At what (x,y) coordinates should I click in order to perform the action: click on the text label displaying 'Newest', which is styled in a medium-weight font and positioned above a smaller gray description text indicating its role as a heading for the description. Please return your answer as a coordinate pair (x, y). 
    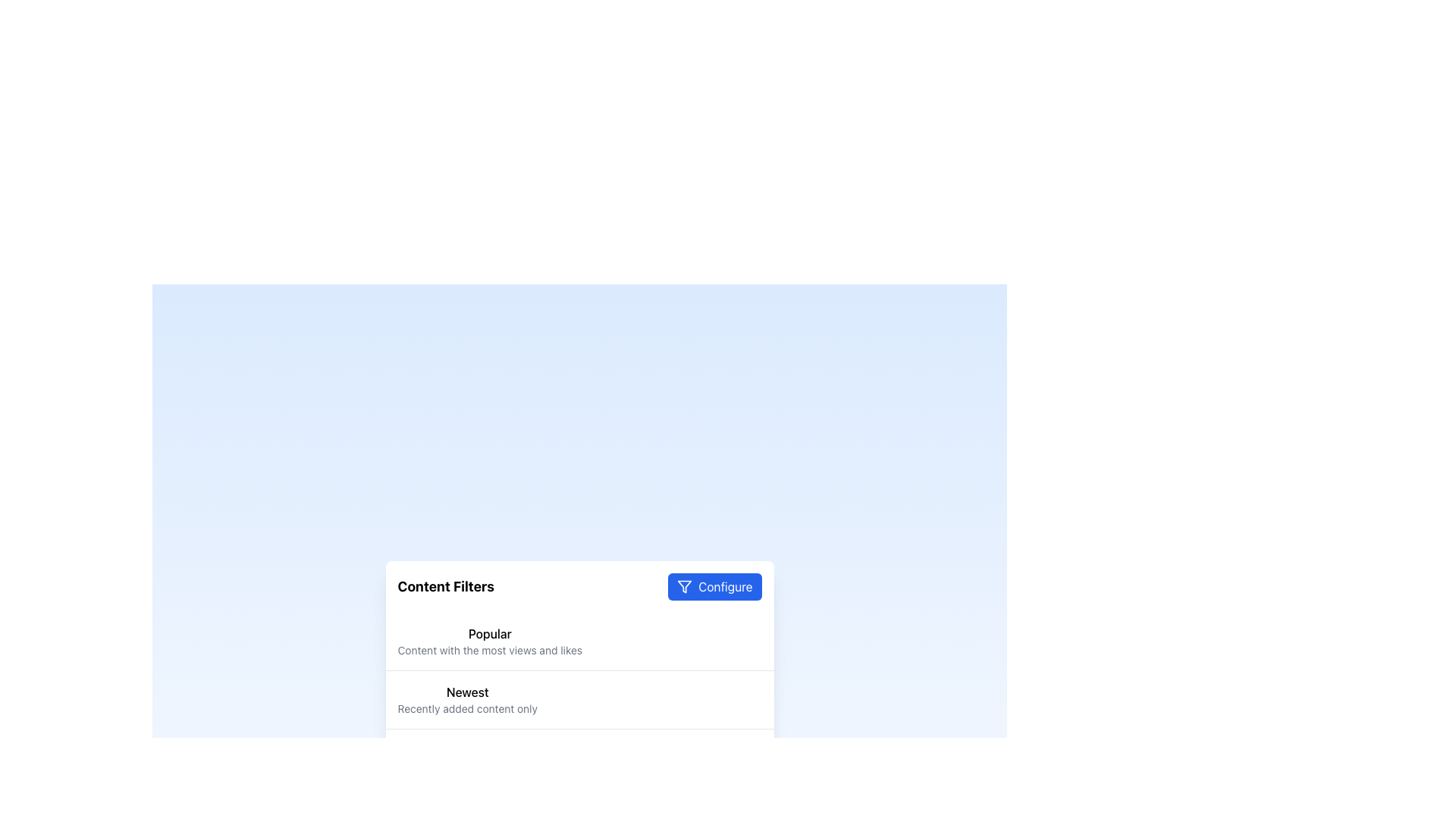
    Looking at the image, I should click on (466, 692).